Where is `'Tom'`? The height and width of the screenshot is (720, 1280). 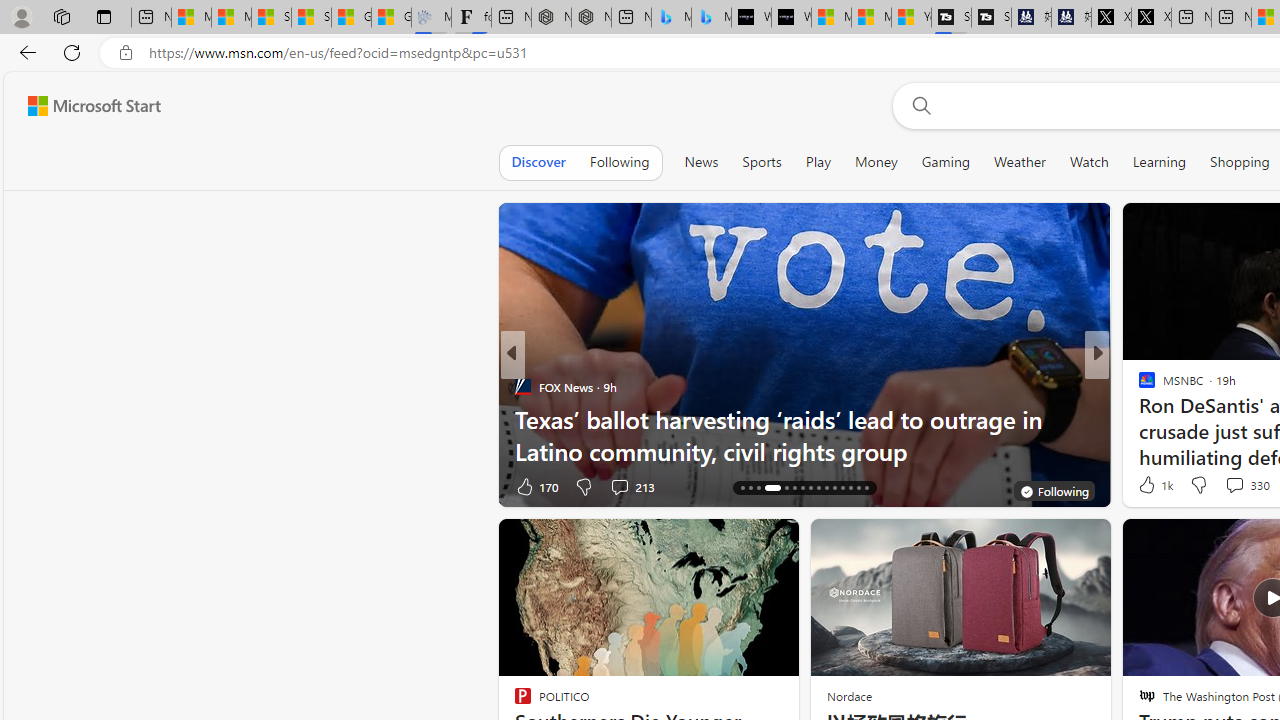 'Tom' is located at coordinates (1138, 387).